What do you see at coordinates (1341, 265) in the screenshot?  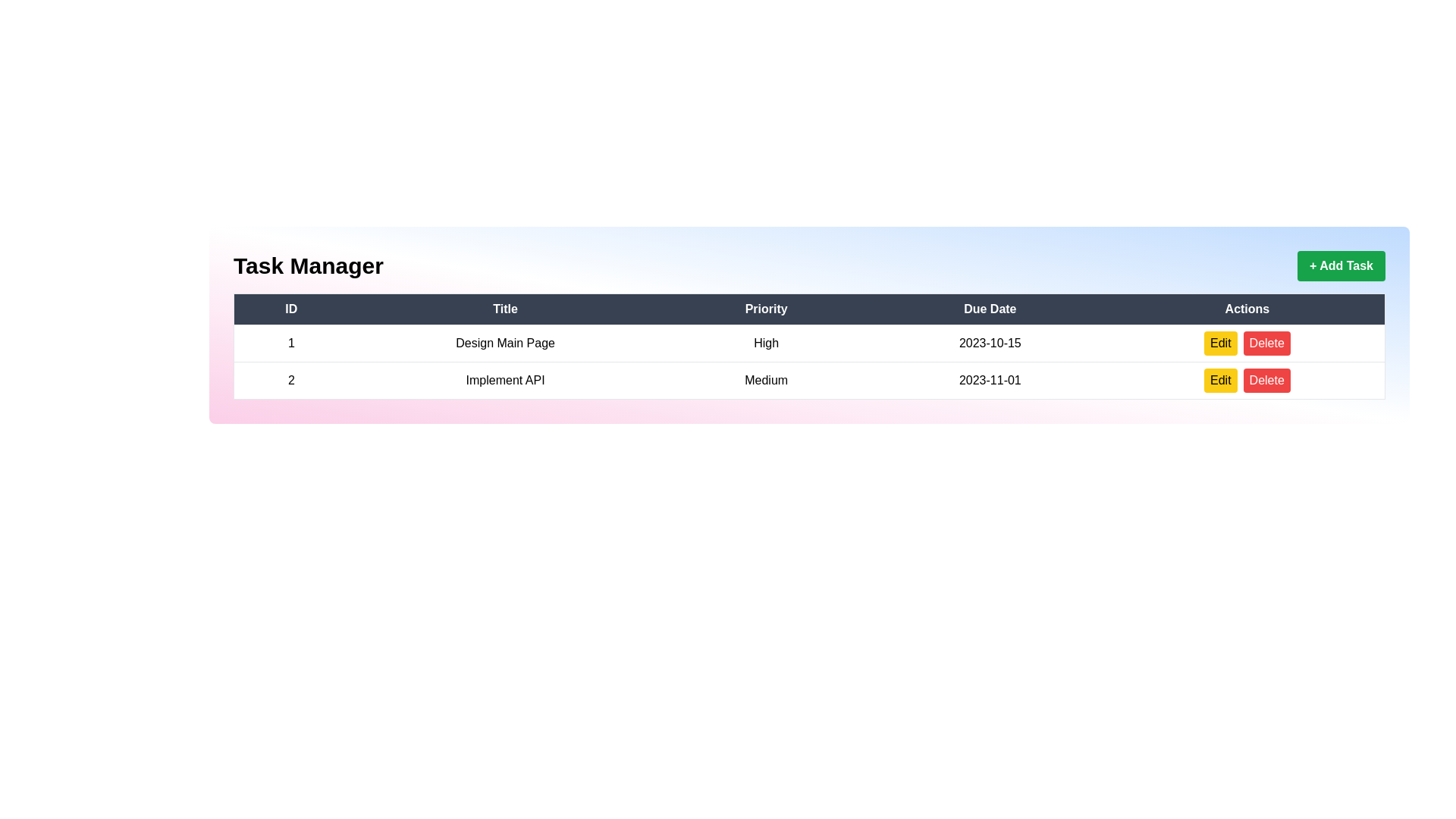 I see `the '+ Add Task' button with a green background located at the top-right side of the interface` at bounding box center [1341, 265].